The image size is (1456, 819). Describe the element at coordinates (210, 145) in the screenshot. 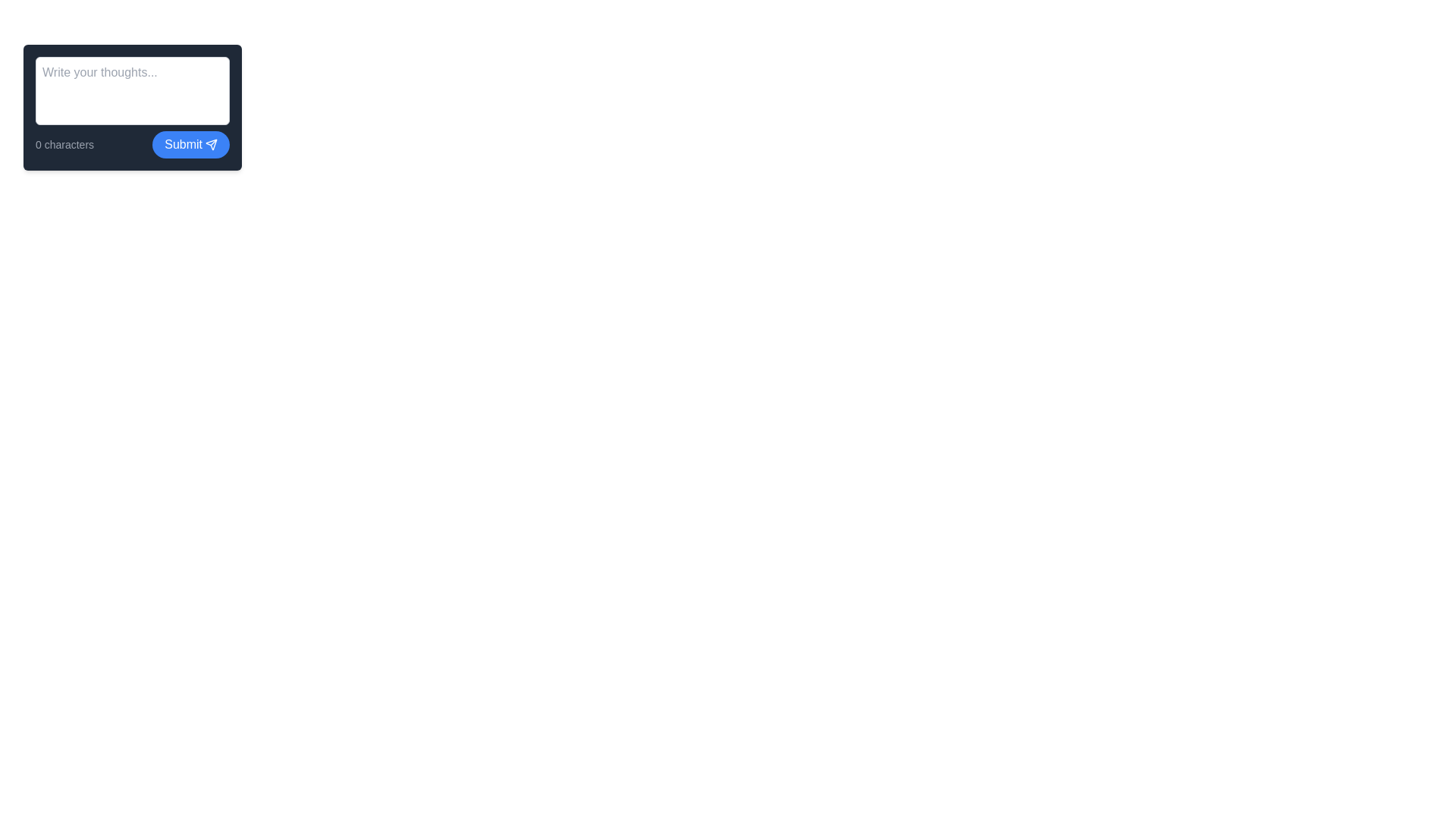

I see `the blue-colored 'Submit' button that contains the triangular arrowhead SVG icon` at that location.